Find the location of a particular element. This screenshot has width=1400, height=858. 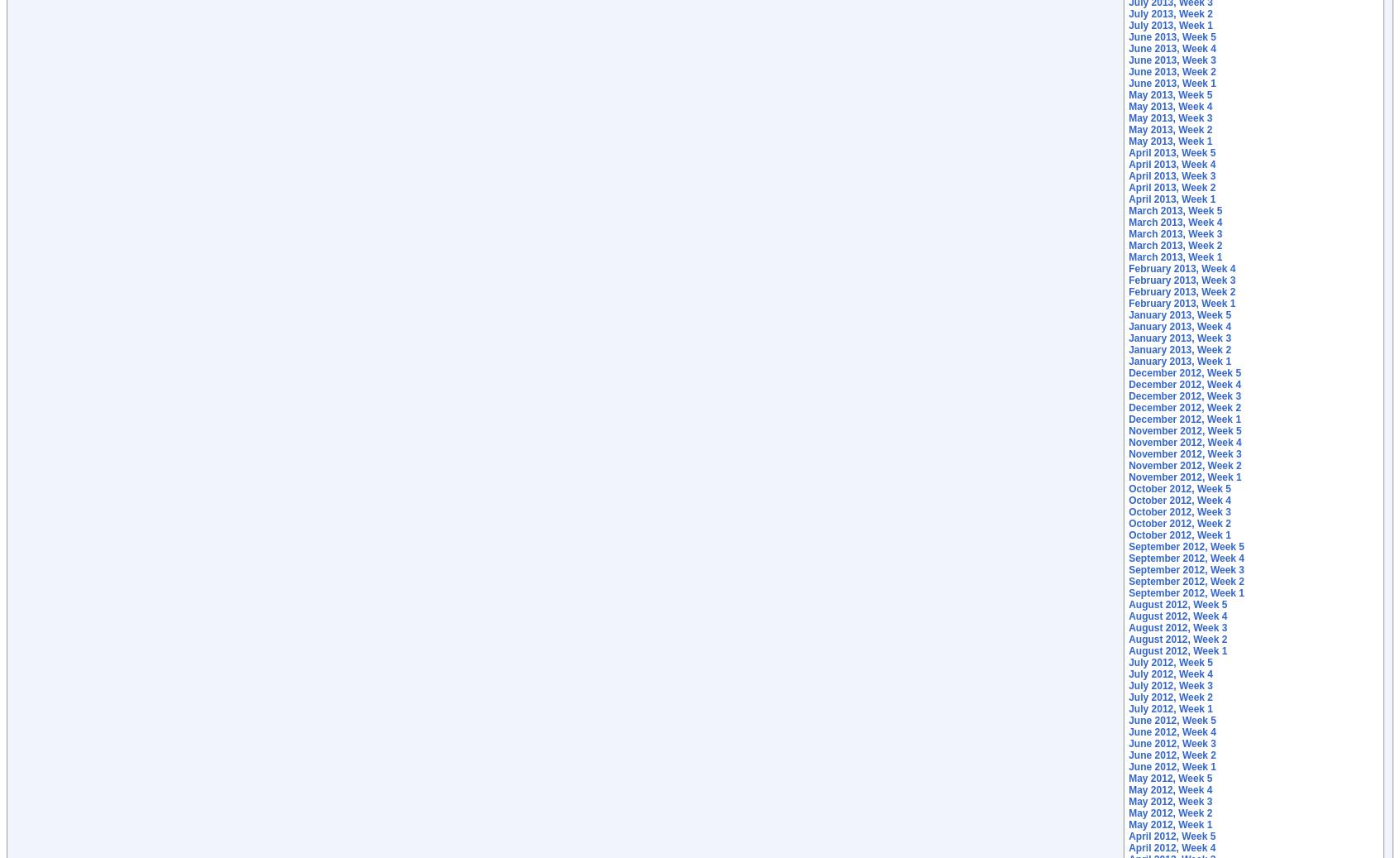

'January 2013, Week 4' is located at coordinates (1179, 325).